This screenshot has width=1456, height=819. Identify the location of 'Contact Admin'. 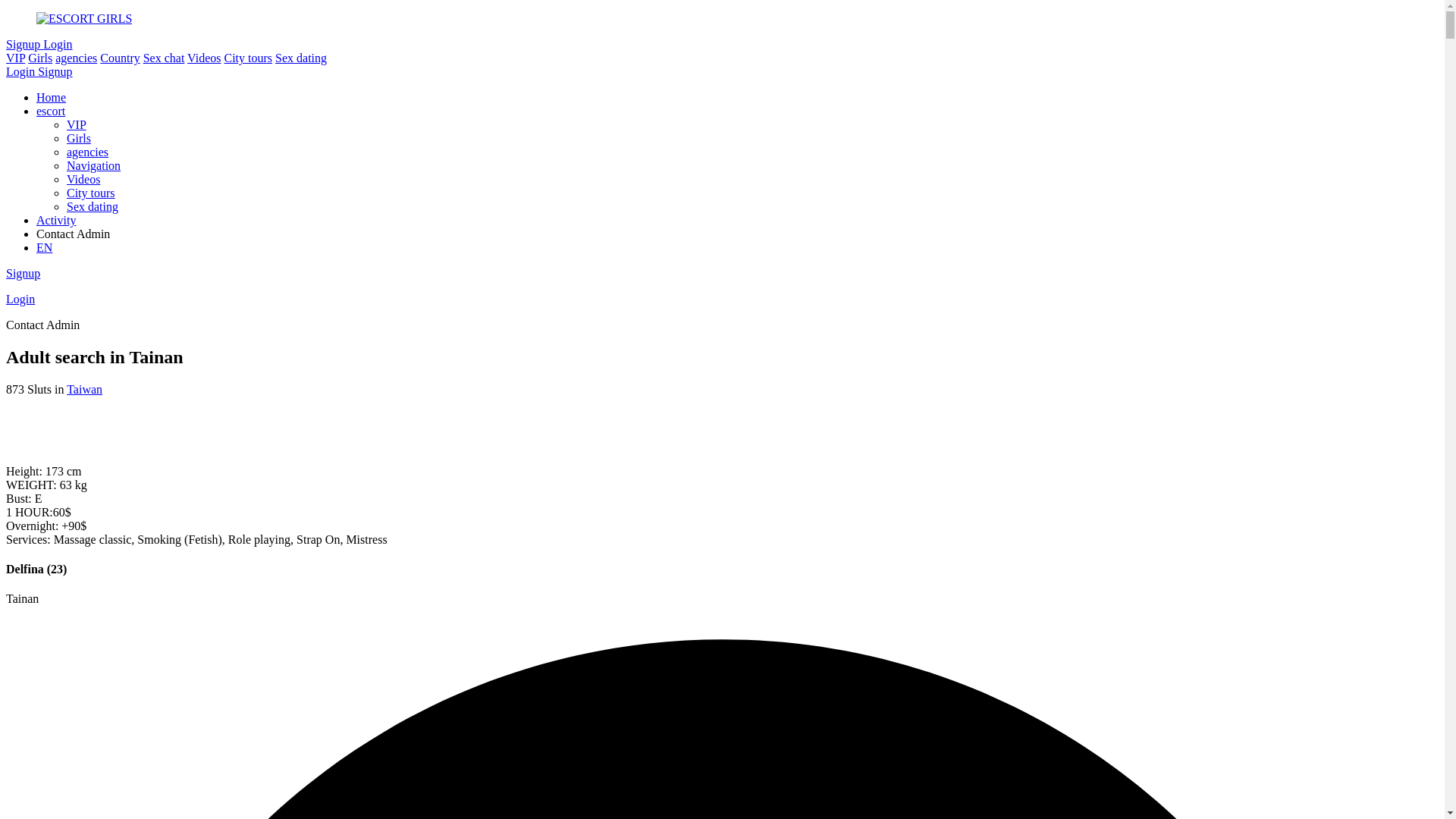
(737, 234).